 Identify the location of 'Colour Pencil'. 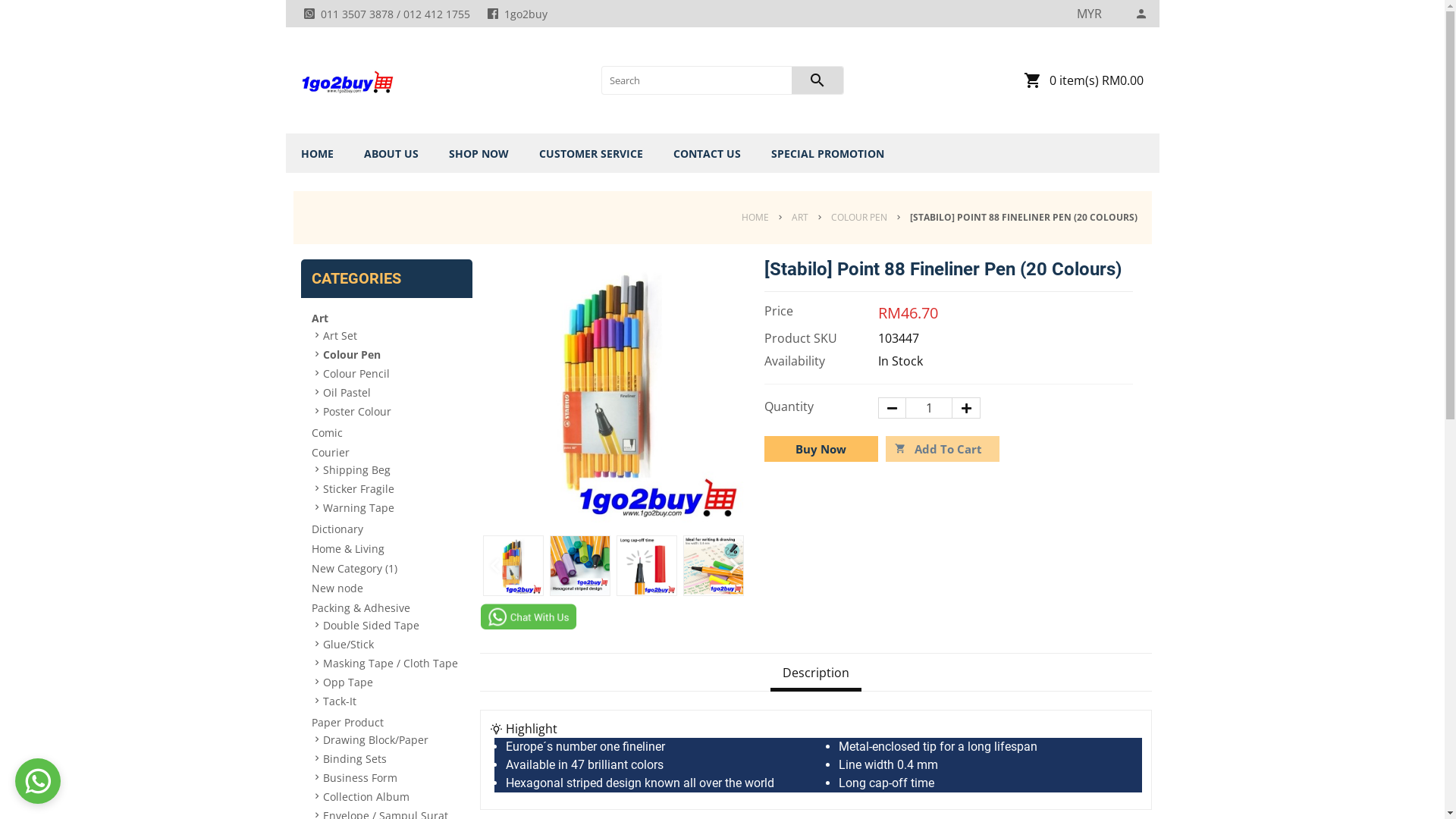
(322, 373).